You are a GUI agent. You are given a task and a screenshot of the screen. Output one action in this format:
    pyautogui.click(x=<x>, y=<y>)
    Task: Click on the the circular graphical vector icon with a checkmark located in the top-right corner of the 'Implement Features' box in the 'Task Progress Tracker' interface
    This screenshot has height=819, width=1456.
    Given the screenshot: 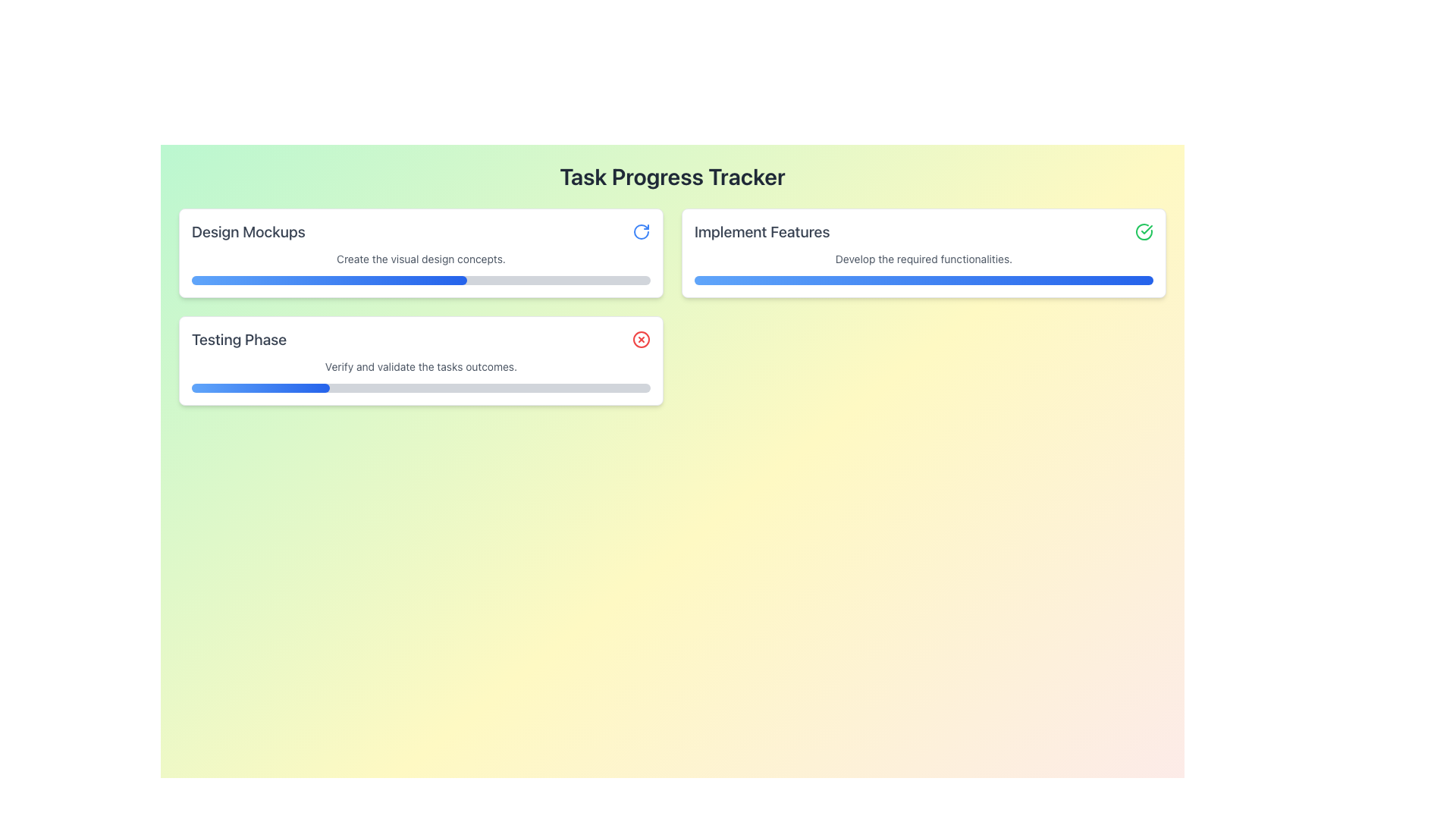 What is the action you would take?
    pyautogui.click(x=1144, y=231)
    